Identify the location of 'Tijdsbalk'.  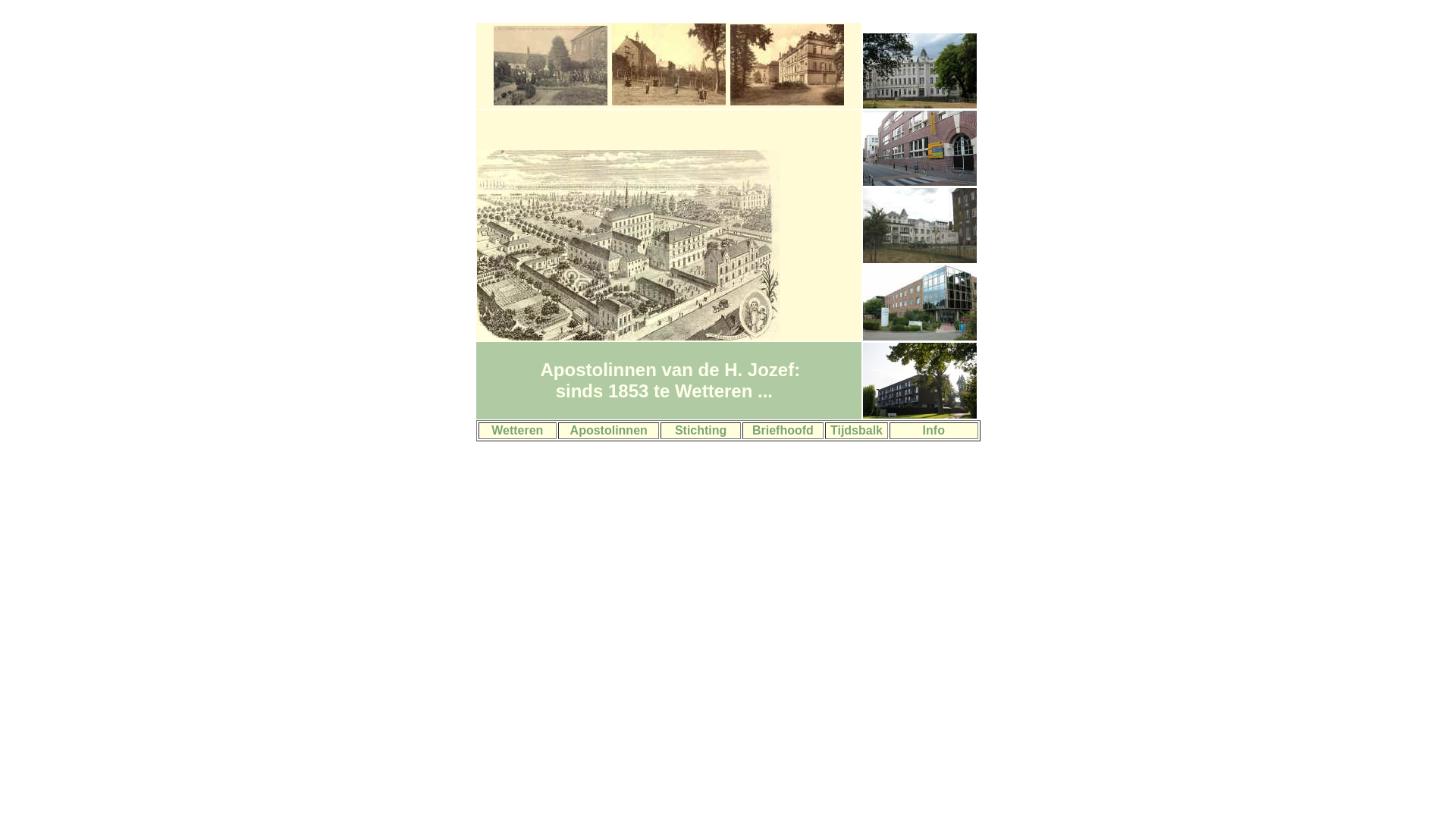
(856, 430).